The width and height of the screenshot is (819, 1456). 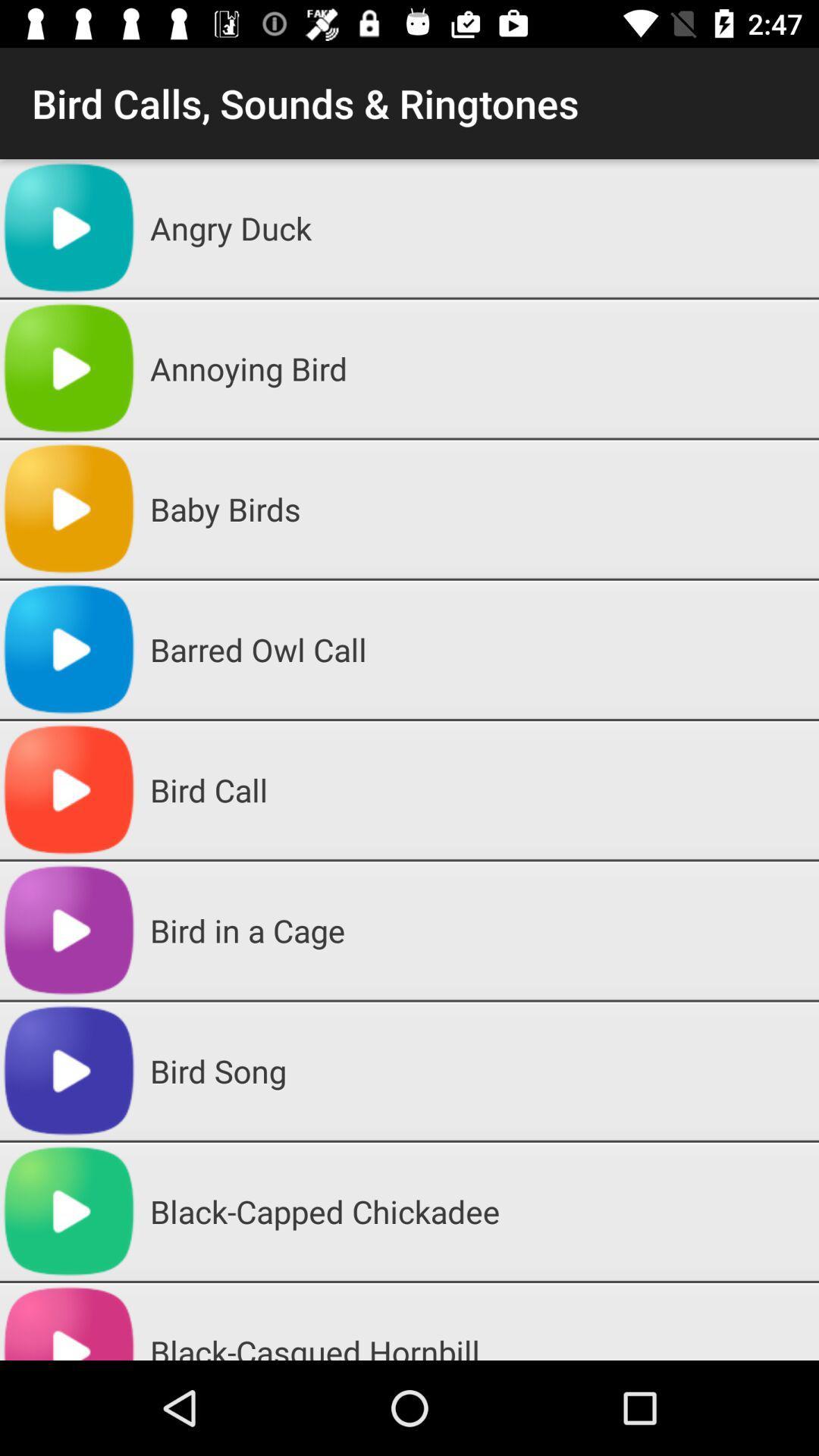 What do you see at coordinates (479, 930) in the screenshot?
I see `the bird in a` at bounding box center [479, 930].